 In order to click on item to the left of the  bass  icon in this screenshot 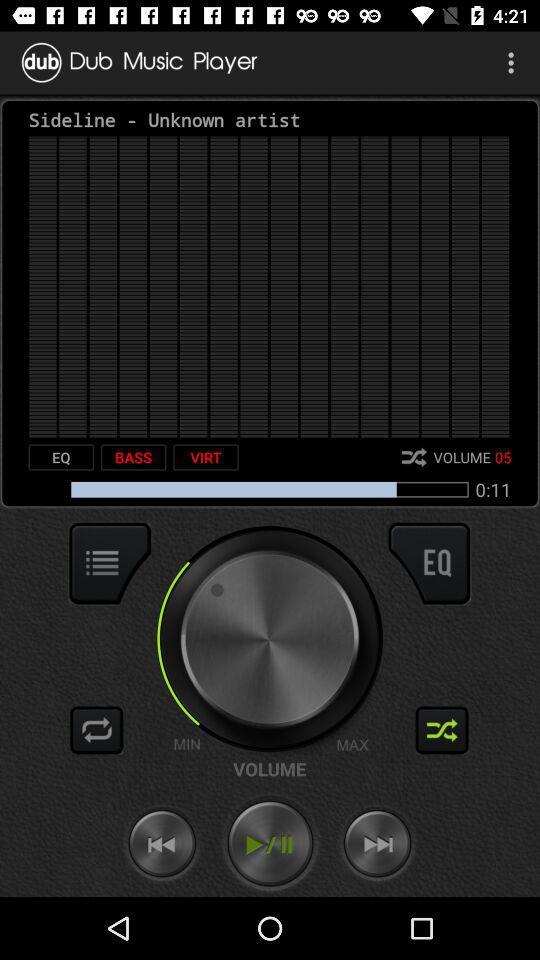, I will do `click(61, 457)`.